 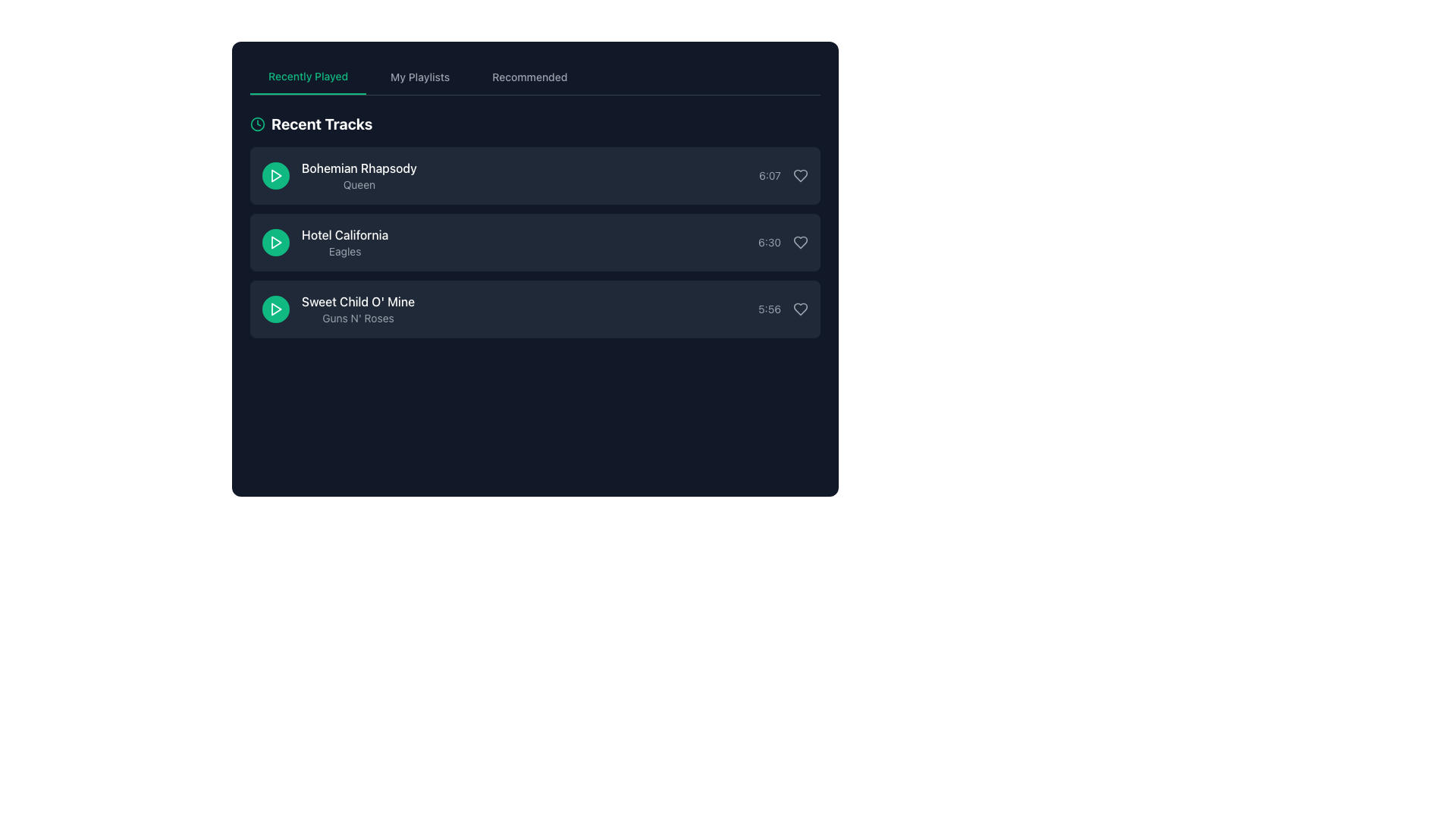 What do you see at coordinates (783, 242) in the screenshot?
I see `the heart icon adjacent to the 'Hotel California' track duration label, which is located on the rightmost side of the song entry` at bounding box center [783, 242].